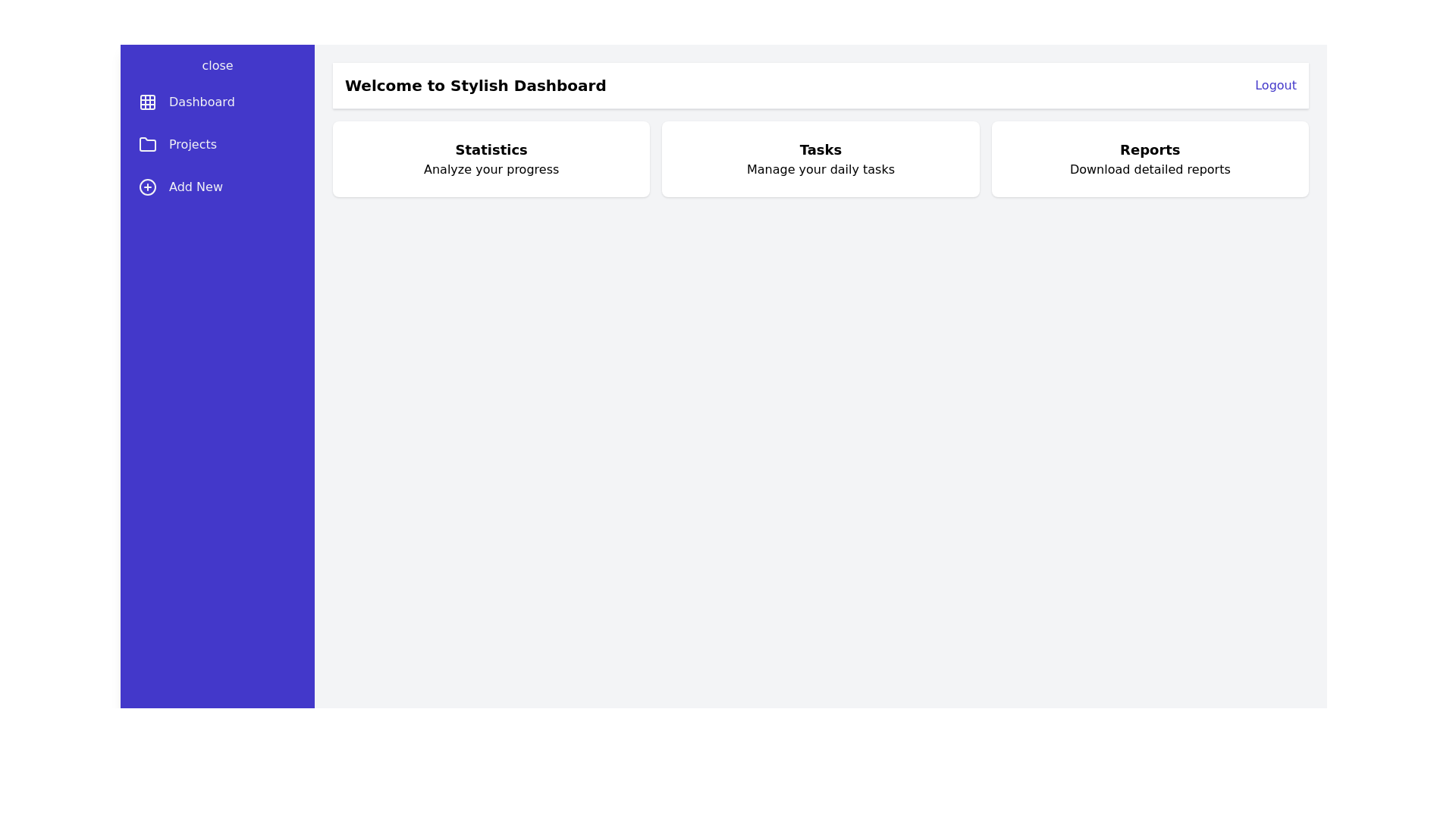 Image resolution: width=1456 pixels, height=819 pixels. Describe the element at coordinates (148, 102) in the screenshot. I see `the graphical icon component located at the top-left corner of the grid adjacent to the 'Dashboard' menu item in the sidebar` at that location.